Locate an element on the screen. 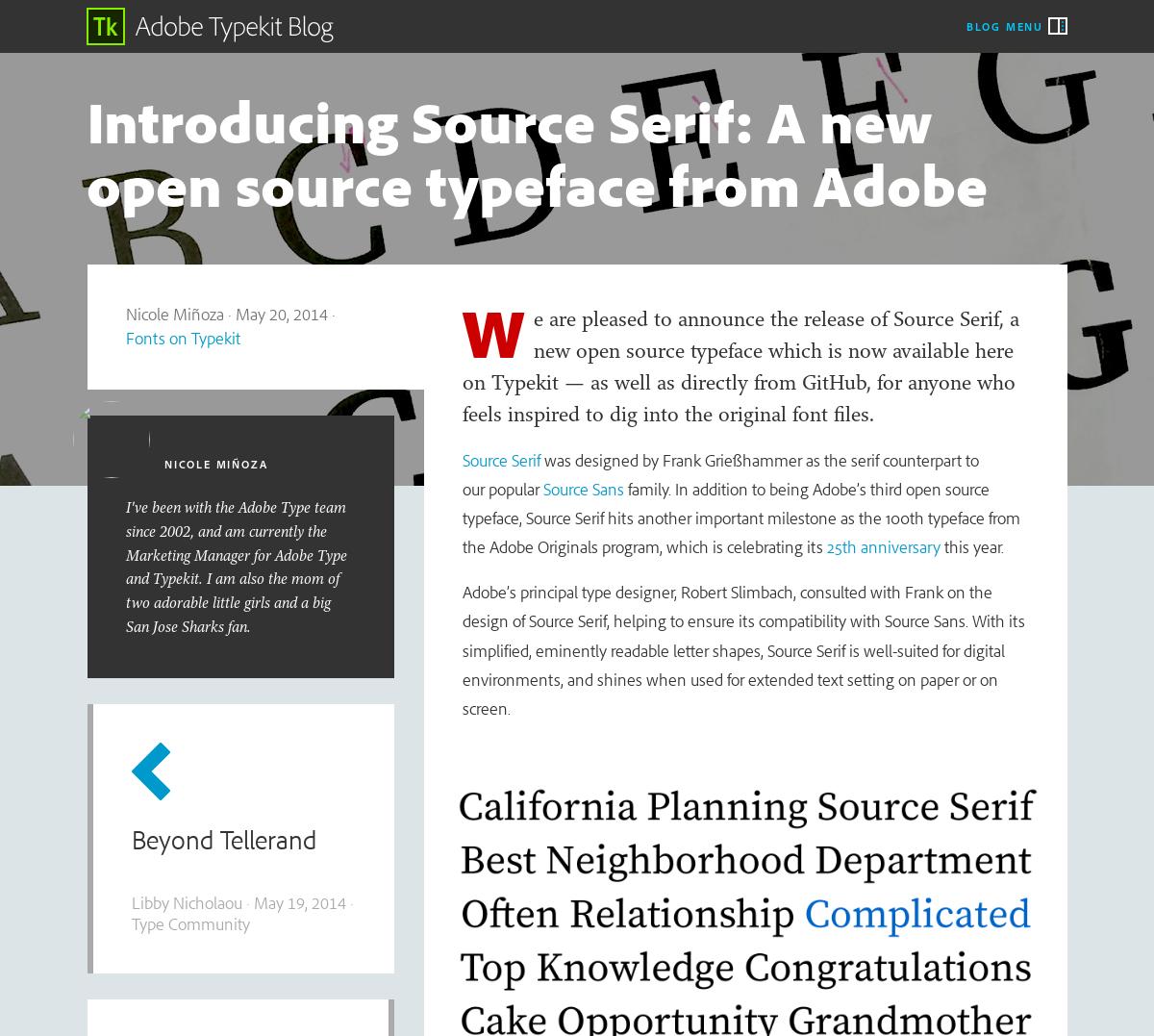 The height and width of the screenshot is (1036, 1154). 'Beyond Tellerand' is located at coordinates (221, 839).